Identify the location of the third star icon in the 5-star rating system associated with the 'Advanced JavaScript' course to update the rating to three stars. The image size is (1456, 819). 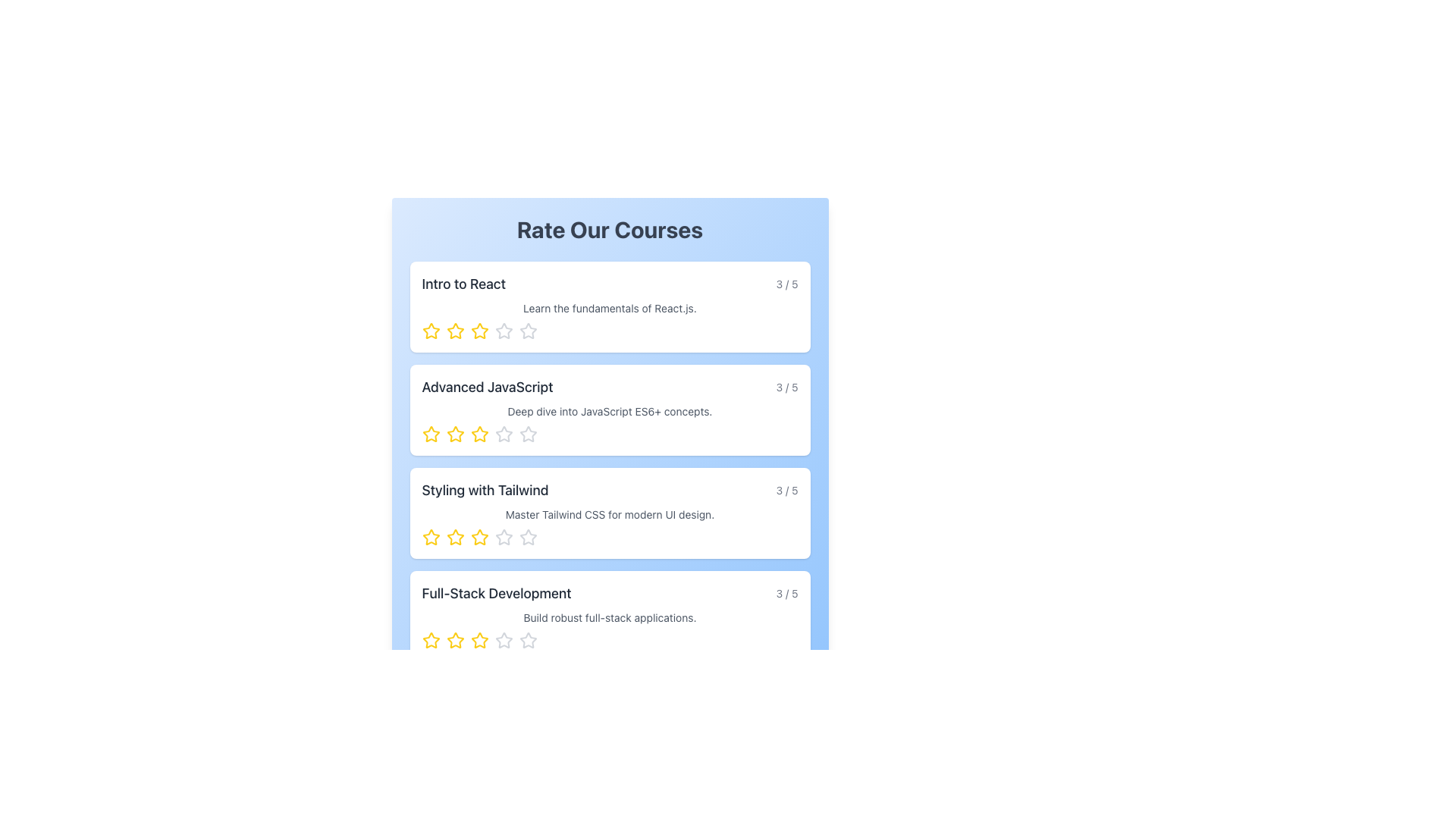
(504, 434).